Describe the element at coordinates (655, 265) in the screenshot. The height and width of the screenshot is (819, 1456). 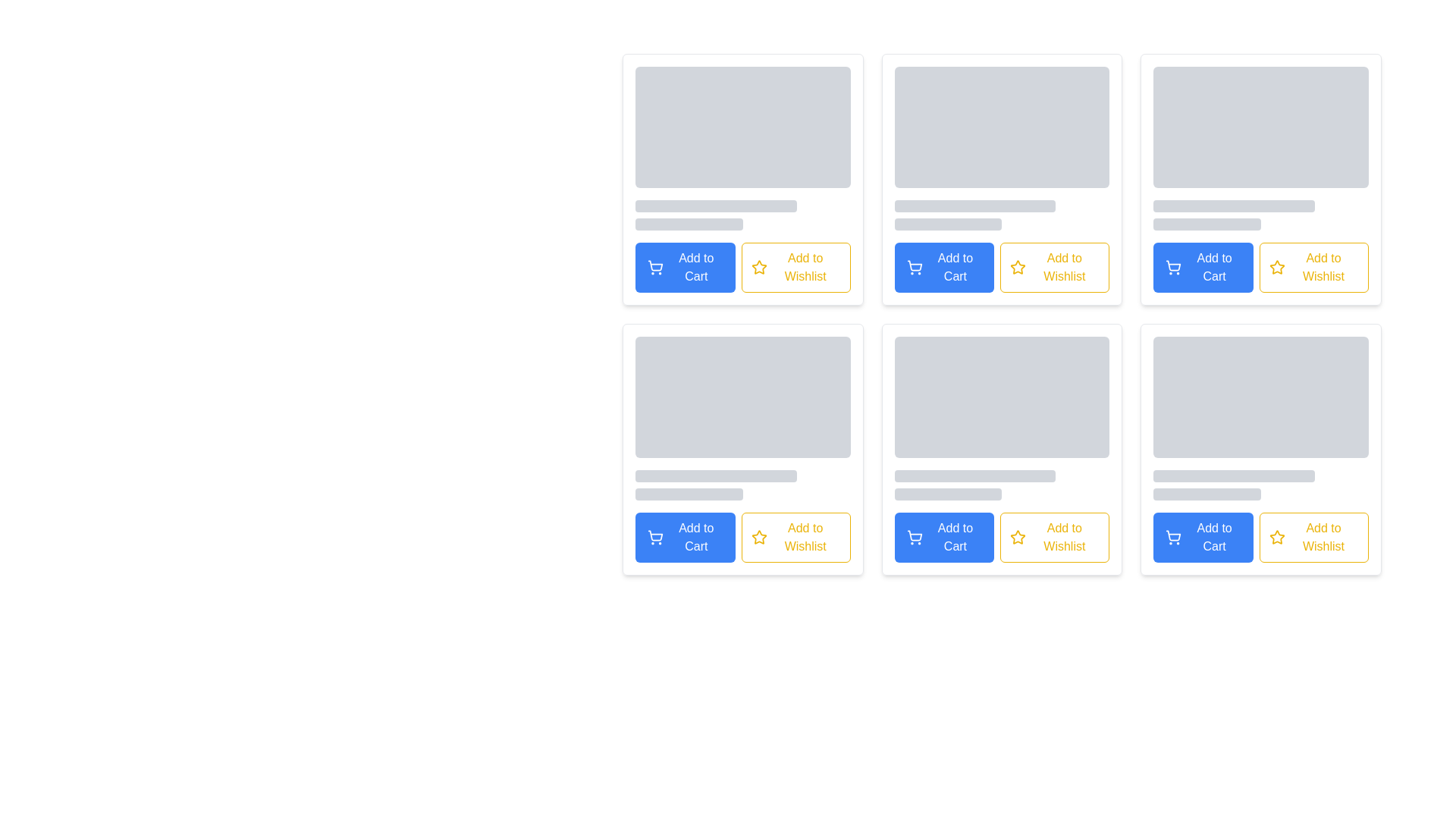
I see `the shopping cart icon (SVG graphic) located to the left of the 'Add to Cart' button` at that location.